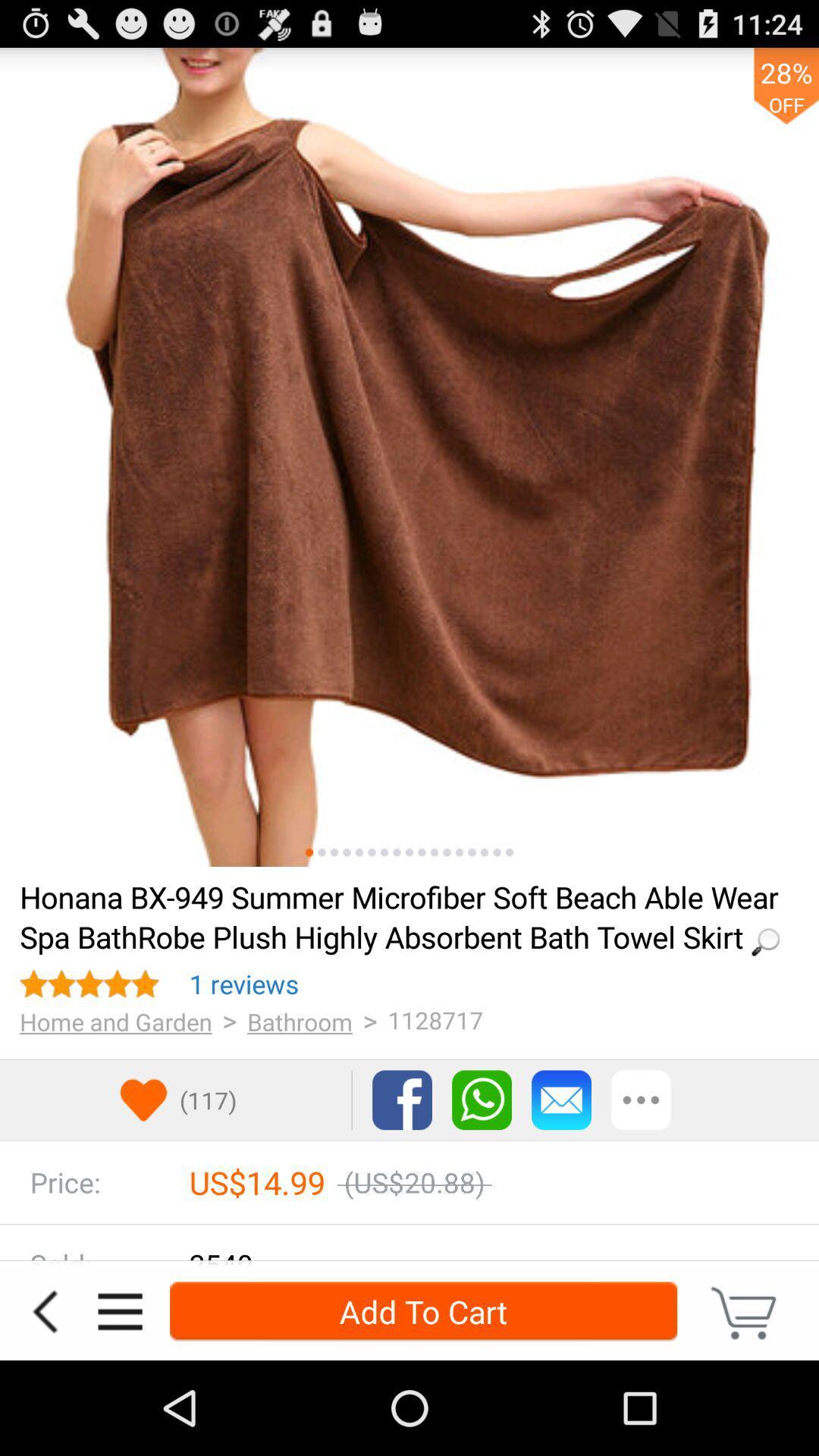  Describe the element at coordinates (119, 1310) in the screenshot. I see `open menu` at that location.